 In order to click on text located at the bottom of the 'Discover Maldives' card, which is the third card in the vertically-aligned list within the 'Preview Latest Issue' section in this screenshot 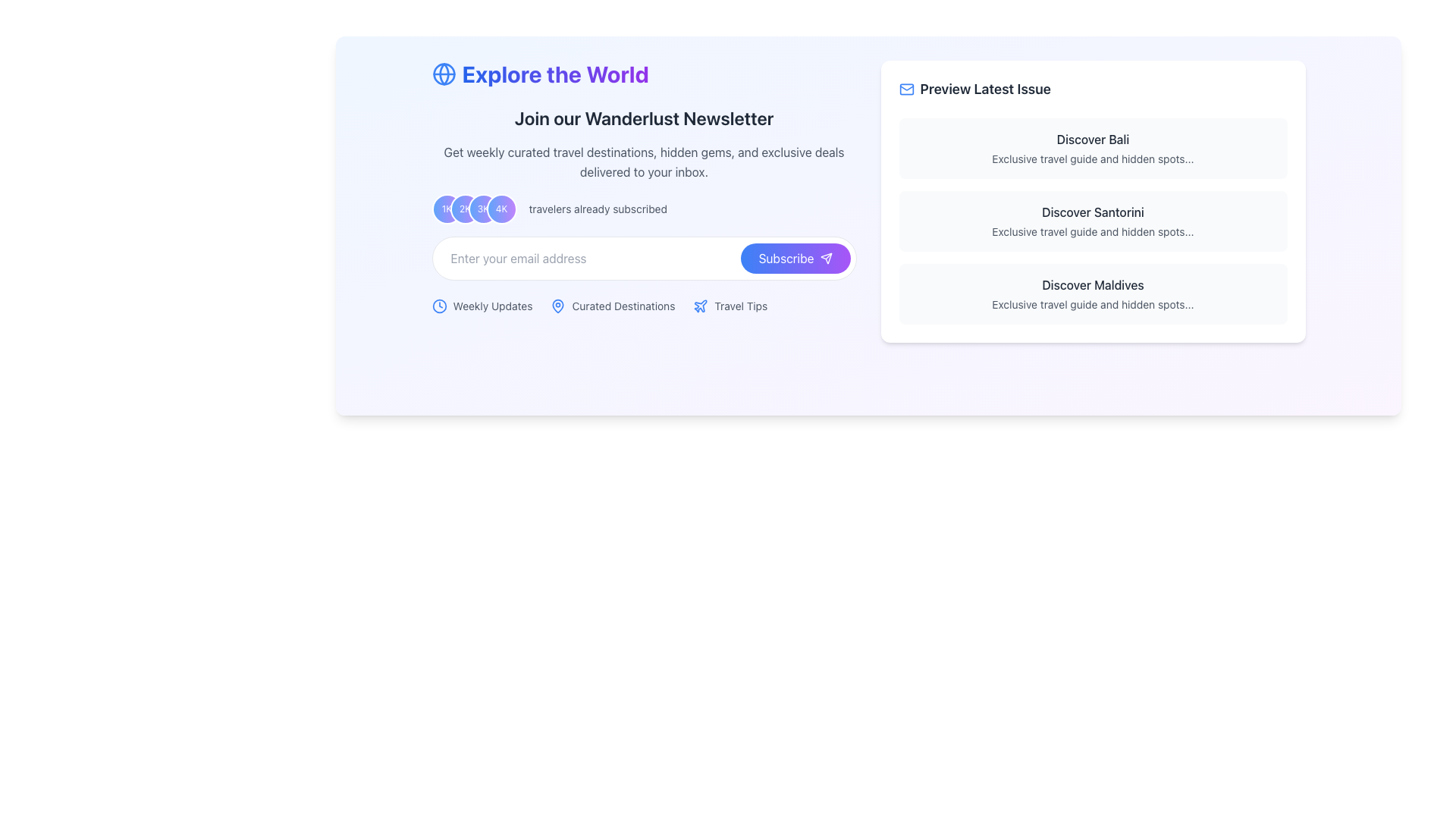, I will do `click(1093, 304)`.